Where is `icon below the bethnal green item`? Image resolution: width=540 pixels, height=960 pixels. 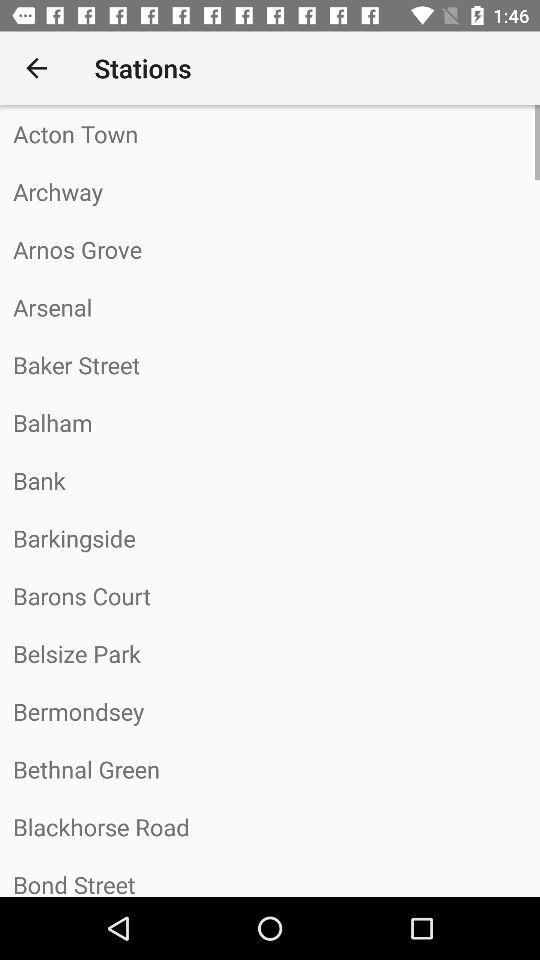
icon below the bethnal green item is located at coordinates (270, 827).